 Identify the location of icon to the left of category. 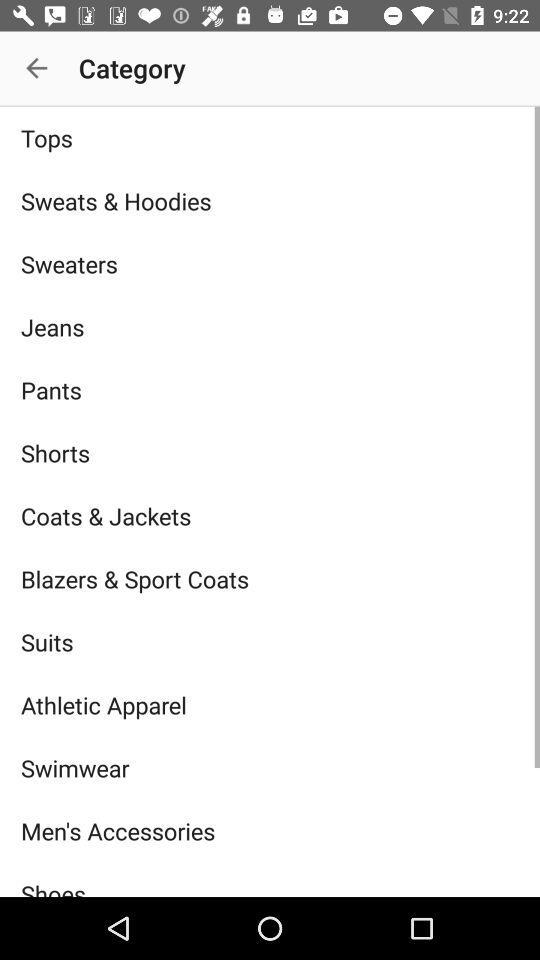
(36, 68).